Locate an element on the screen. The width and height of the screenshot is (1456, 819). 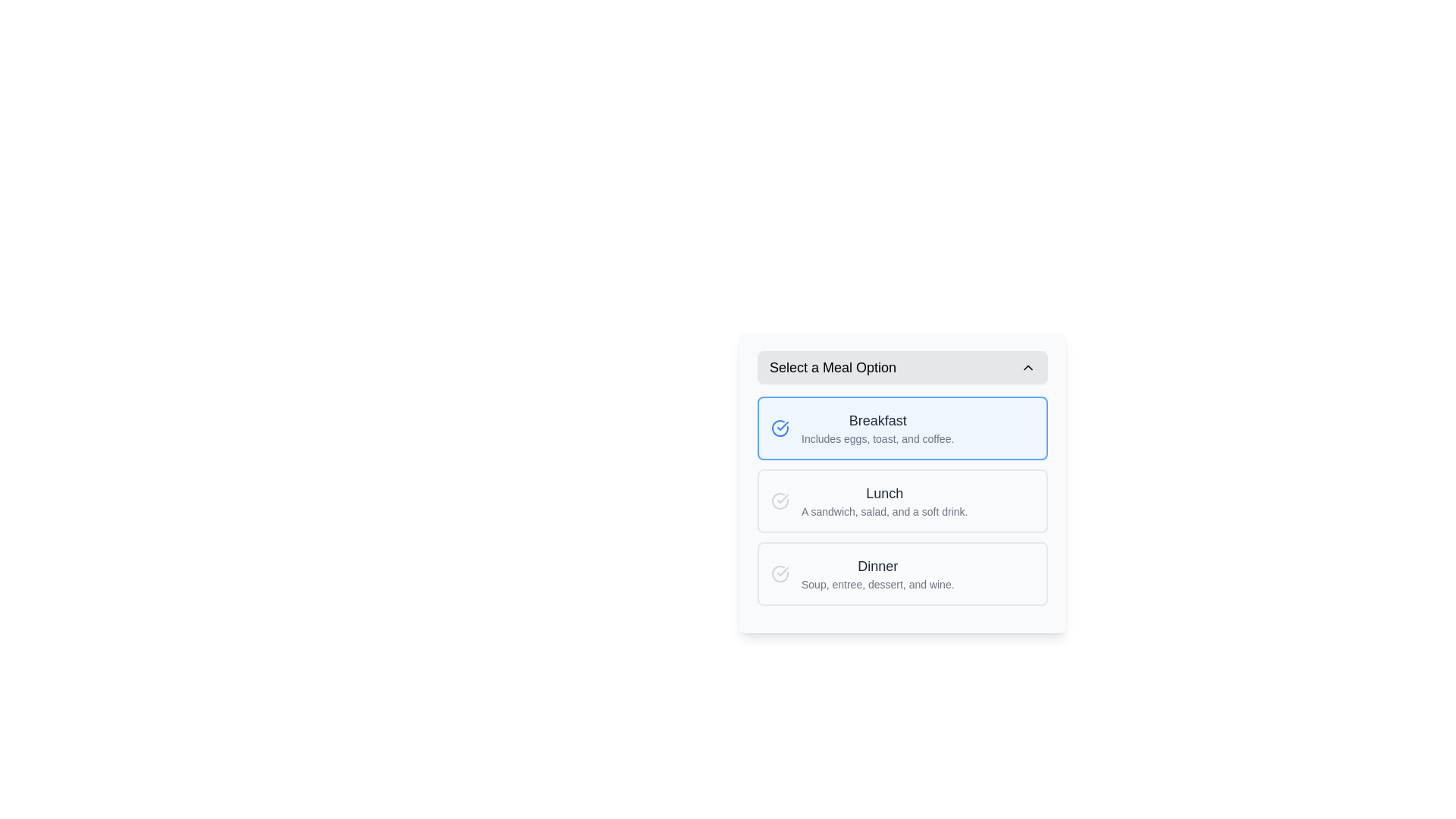
the Text Label providing details for the 'Dinner' option, which is positioned directly below the 'Dinner' label in the meal selection section is located at coordinates (877, 584).